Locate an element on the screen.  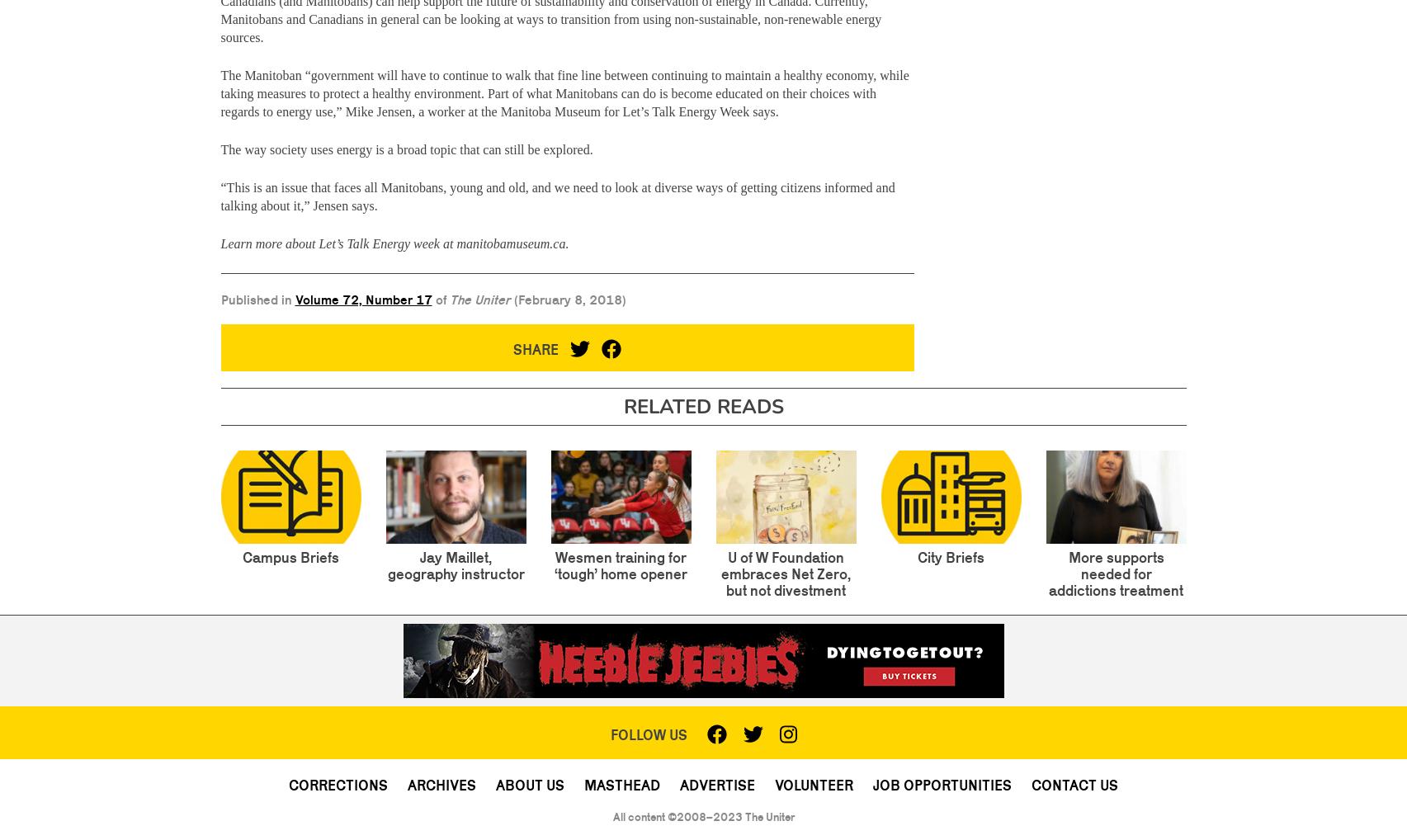
'Masthead' is located at coordinates (583, 783).